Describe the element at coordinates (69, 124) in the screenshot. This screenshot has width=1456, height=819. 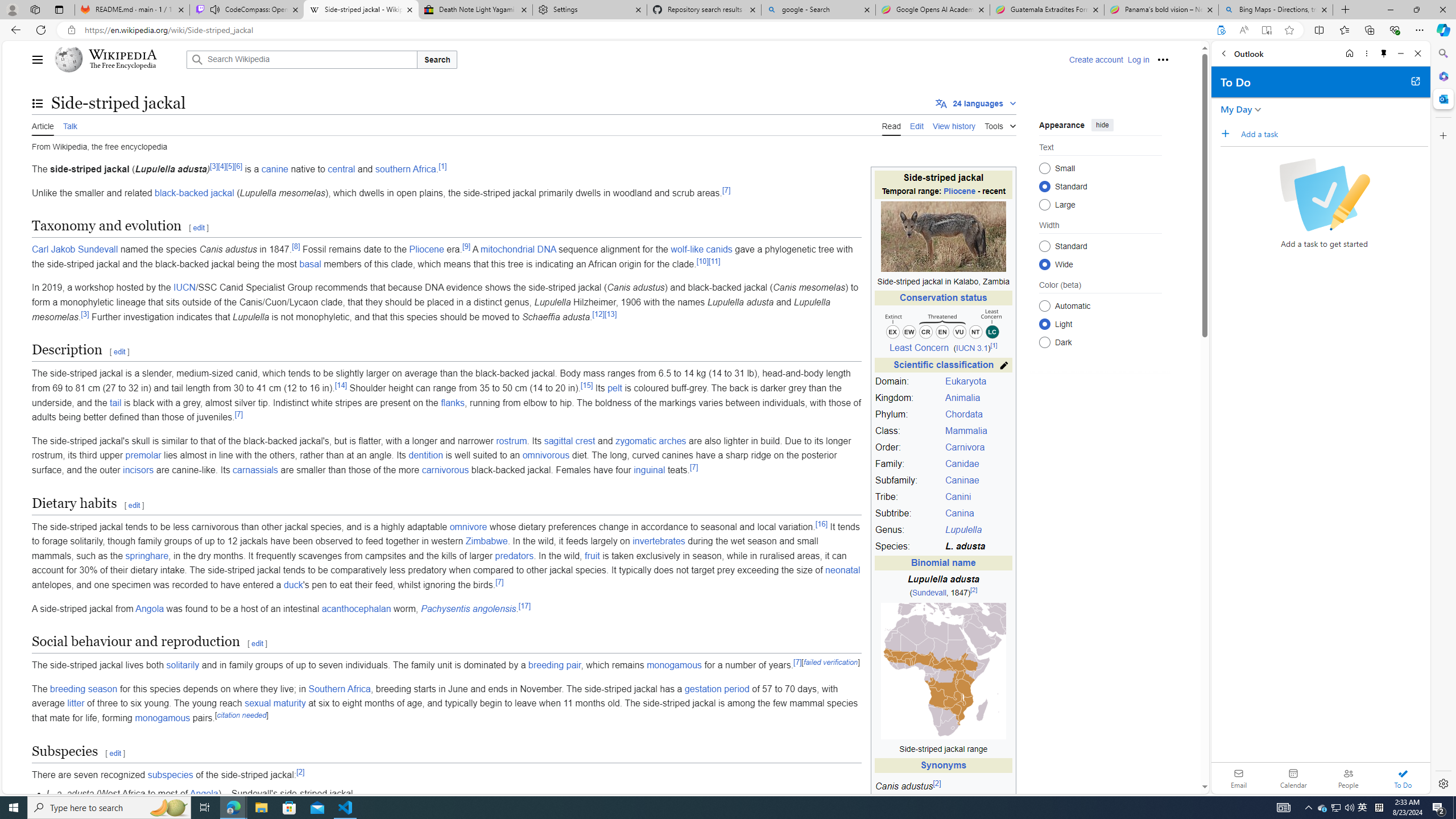
I see `'Talk'` at that location.